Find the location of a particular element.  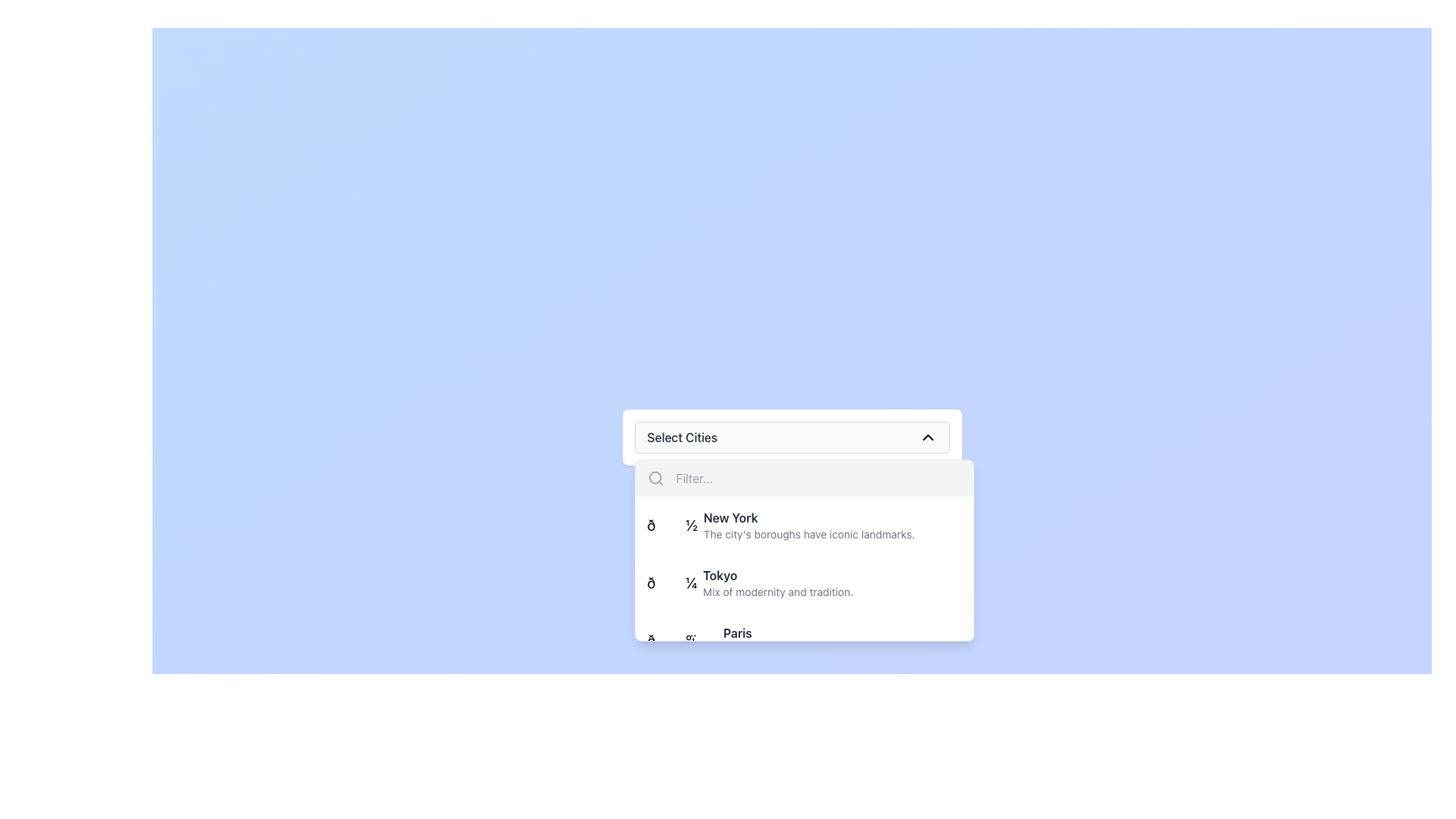

the 'Paris' label in the dropdown list under the 'Select Cities' header is located at coordinates (780, 640).